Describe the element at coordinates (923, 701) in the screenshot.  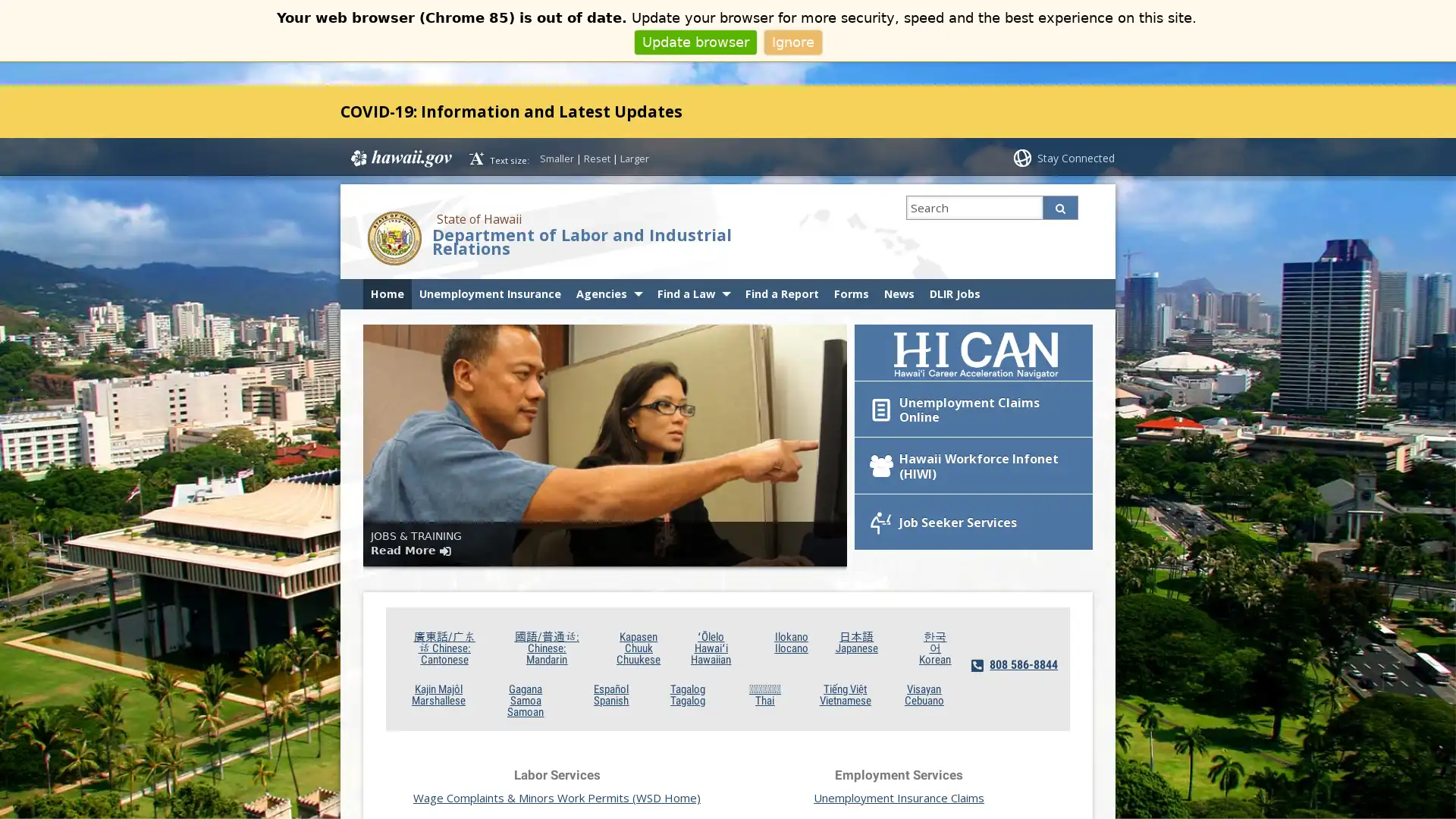
I see `Visayan Cebuano` at that location.